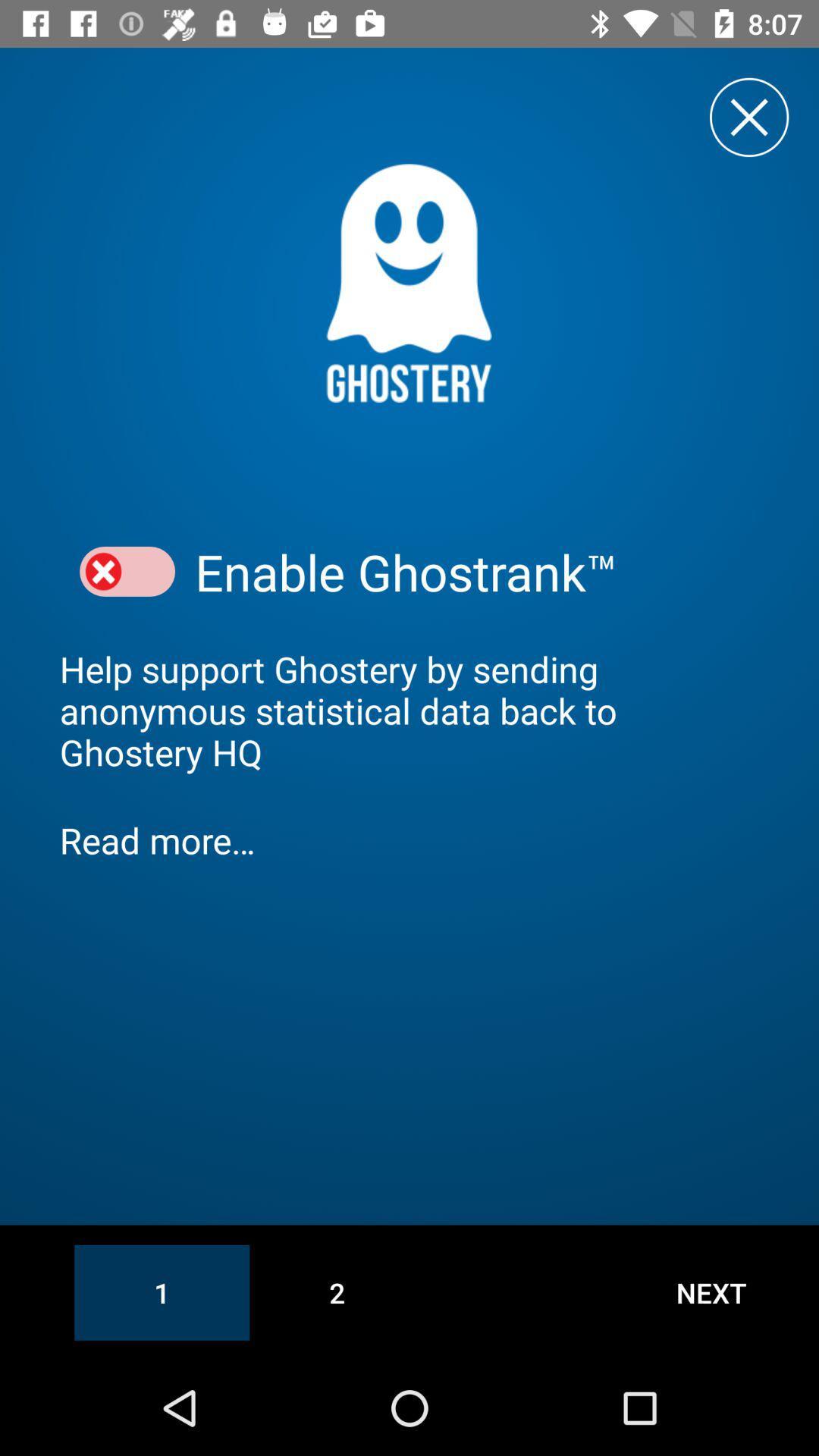  What do you see at coordinates (336, 1291) in the screenshot?
I see `item to the right of 1 item` at bounding box center [336, 1291].